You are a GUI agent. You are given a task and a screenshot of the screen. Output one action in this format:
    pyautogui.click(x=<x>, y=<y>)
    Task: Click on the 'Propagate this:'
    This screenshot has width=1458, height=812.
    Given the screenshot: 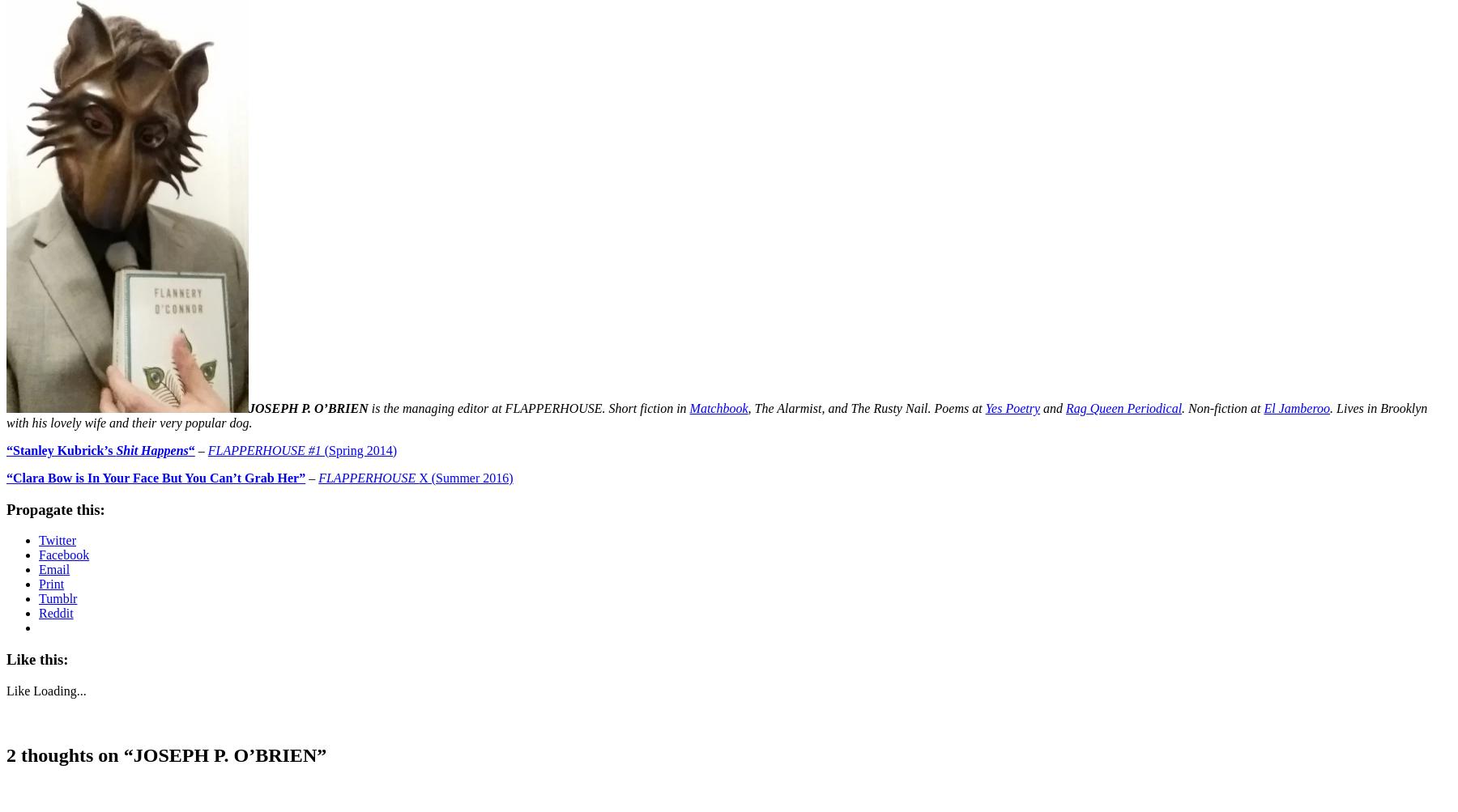 What is the action you would take?
    pyautogui.click(x=54, y=508)
    